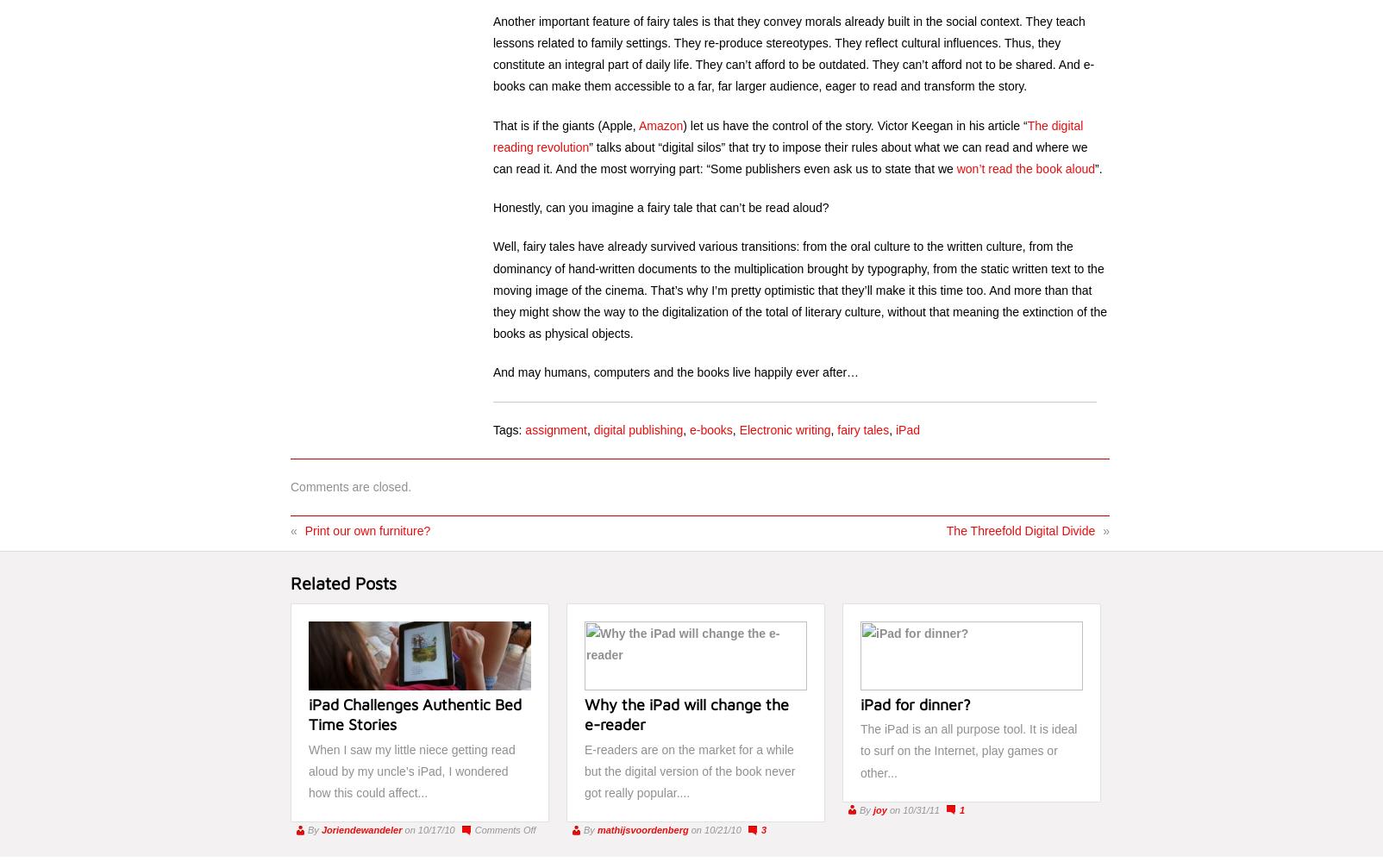  Describe the element at coordinates (962, 809) in the screenshot. I see `'1'` at that location.